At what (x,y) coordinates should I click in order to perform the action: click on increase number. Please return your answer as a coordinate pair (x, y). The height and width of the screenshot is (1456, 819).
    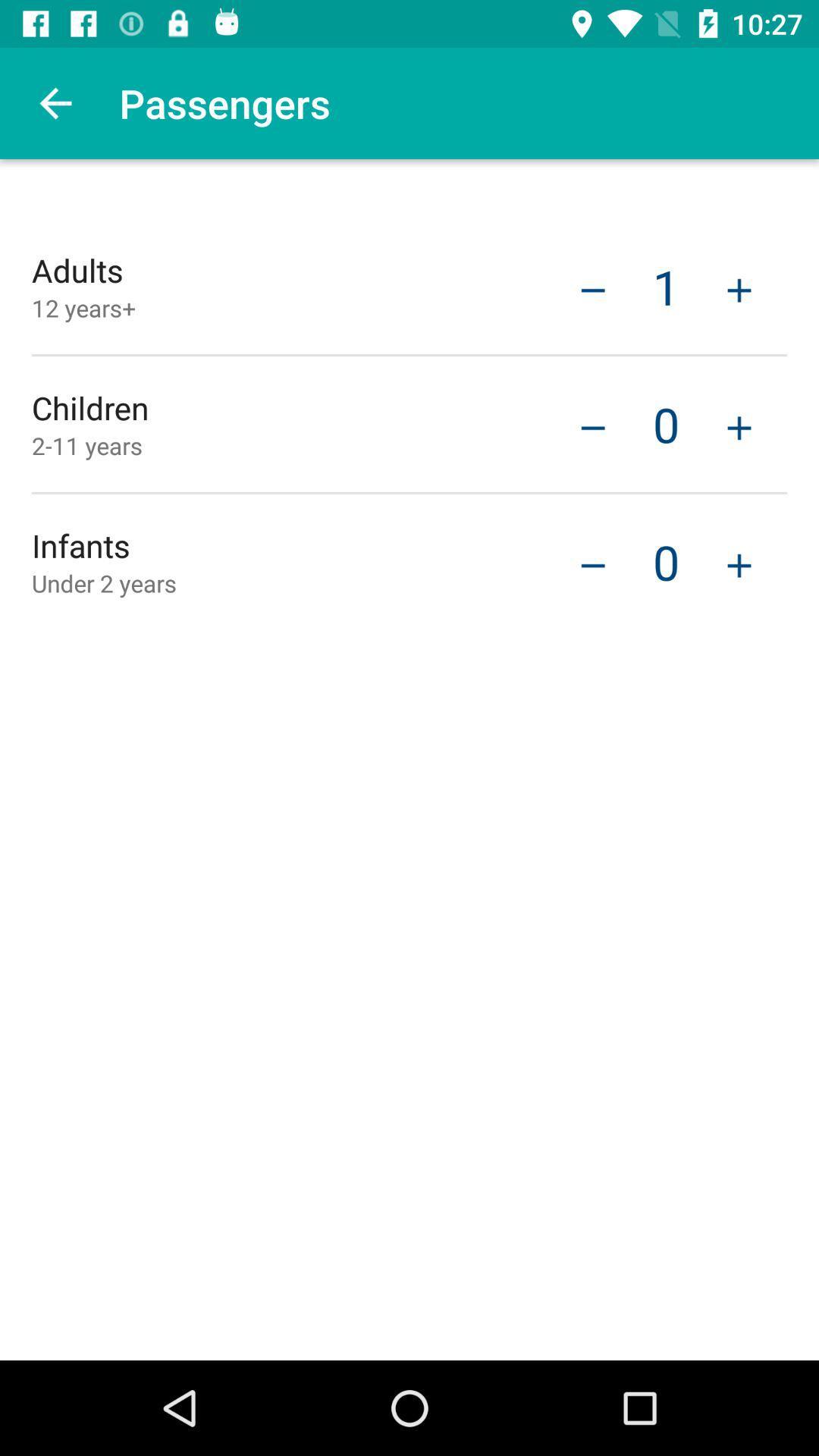
    Looking at the image, I should click on (739, 563).